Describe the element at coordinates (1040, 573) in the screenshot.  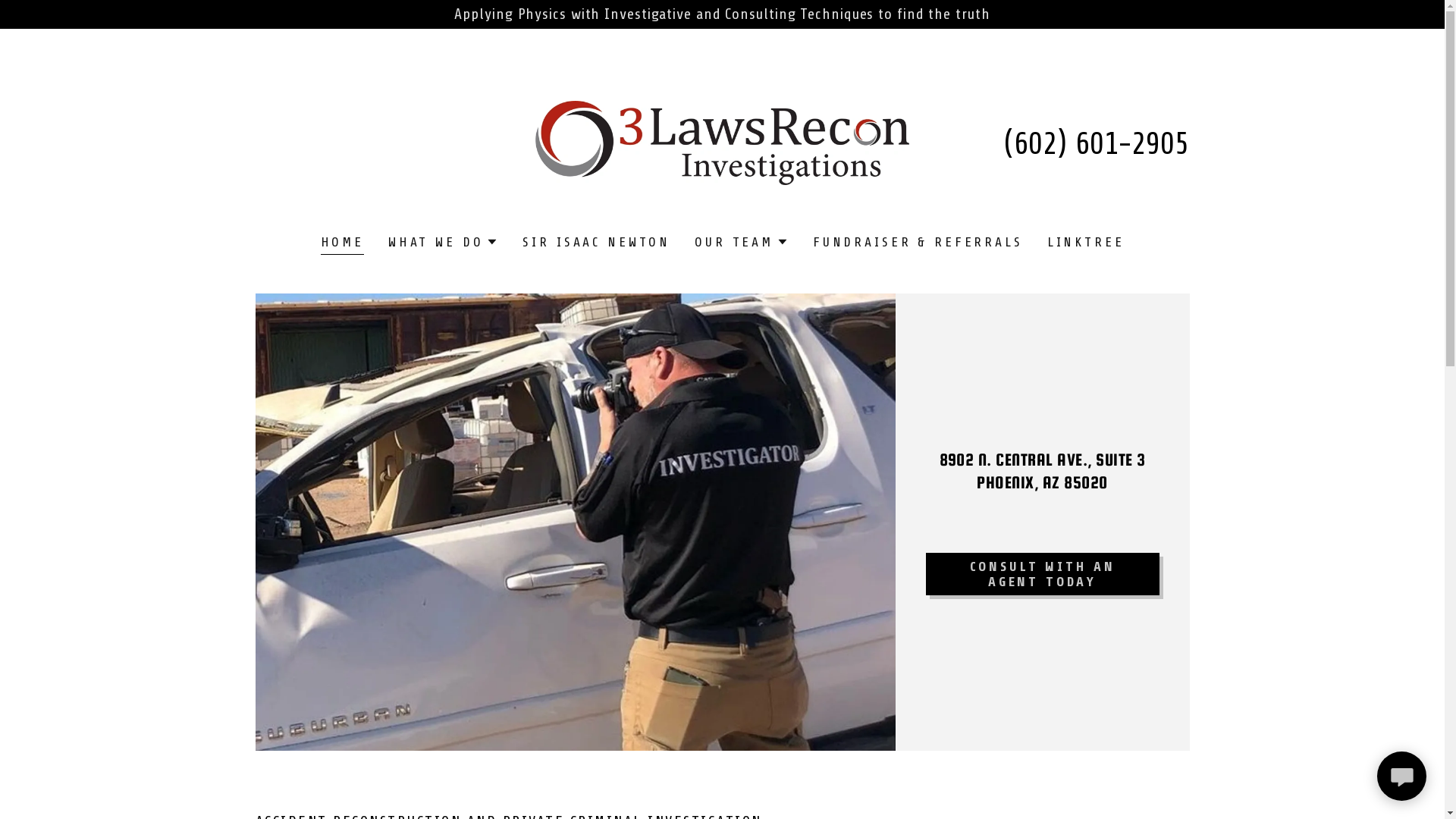
I see `'CONSULT WITH AN AGENT TODAY'` at that location.